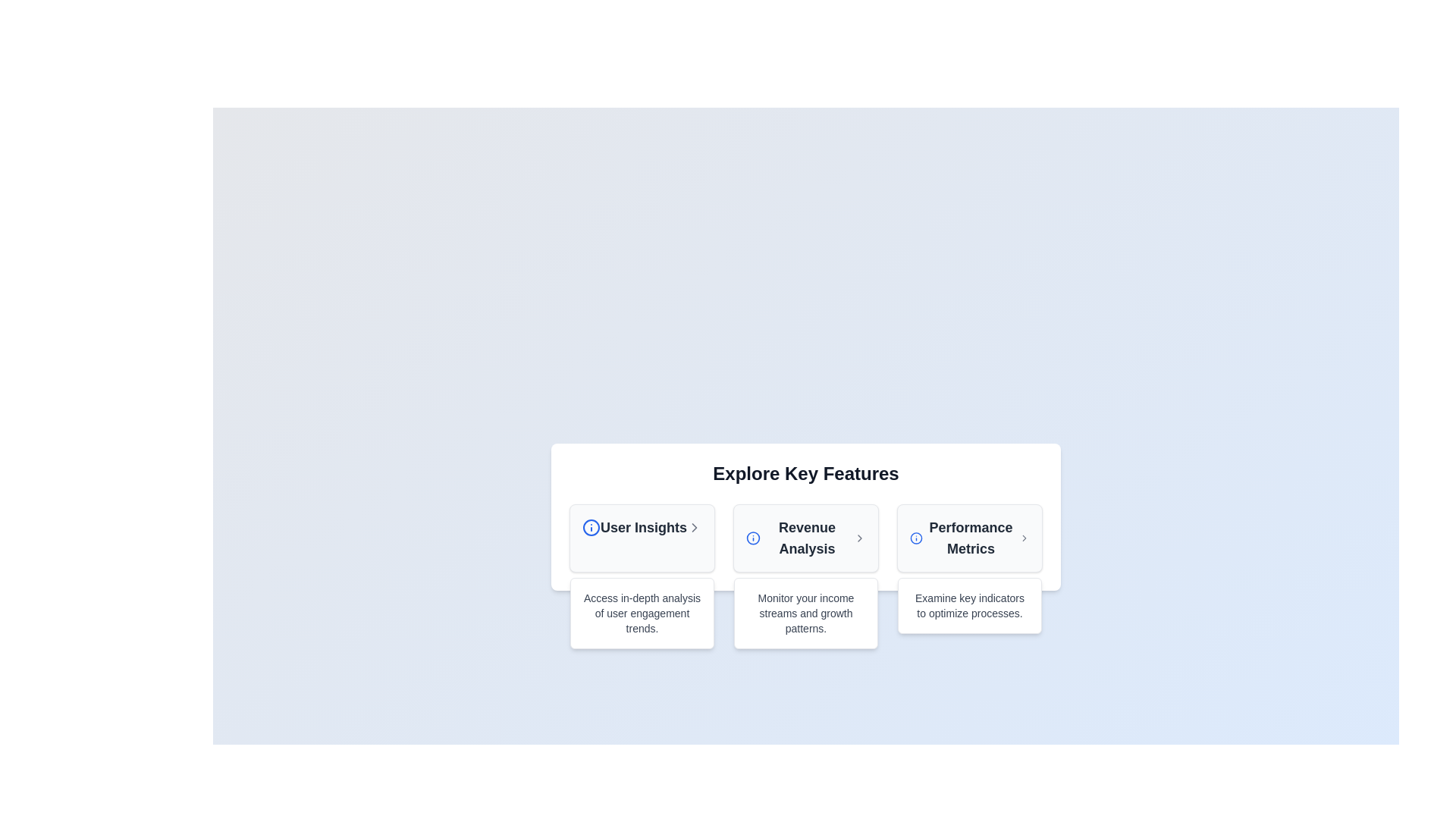  Describe the element at coordinates (968, 604) in the screenshot. I see `the static text label that reads 'Examine key indicators to optimize processes.' located in the bottom-center part of the white card beneath the 'Performance Metrics' section` at that location.